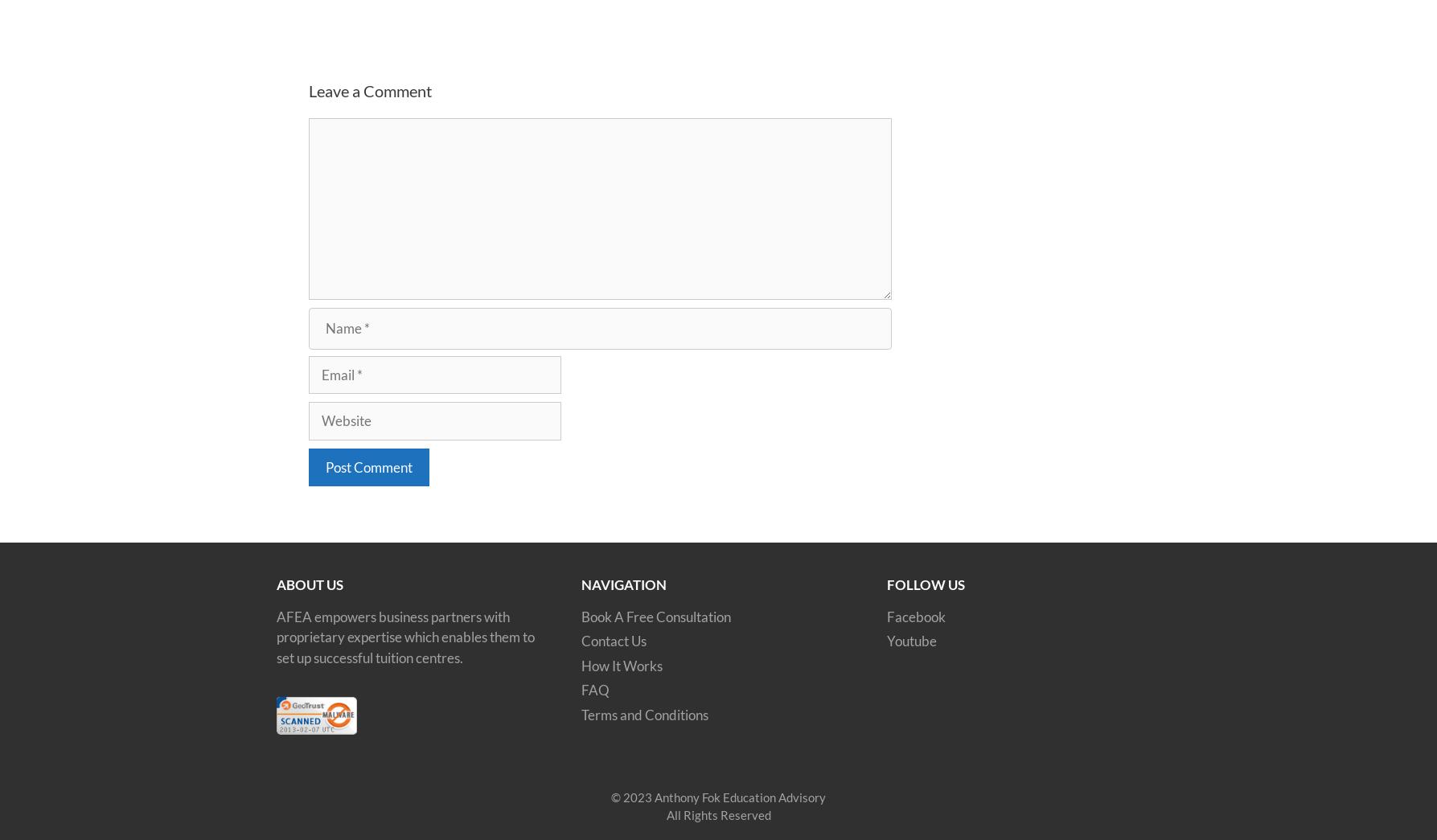 The image size is (1437, 840). What do you see at coordinates (622, 664) in the screenshot?
I see `'How It Works'` at bounding box center [622, 664].